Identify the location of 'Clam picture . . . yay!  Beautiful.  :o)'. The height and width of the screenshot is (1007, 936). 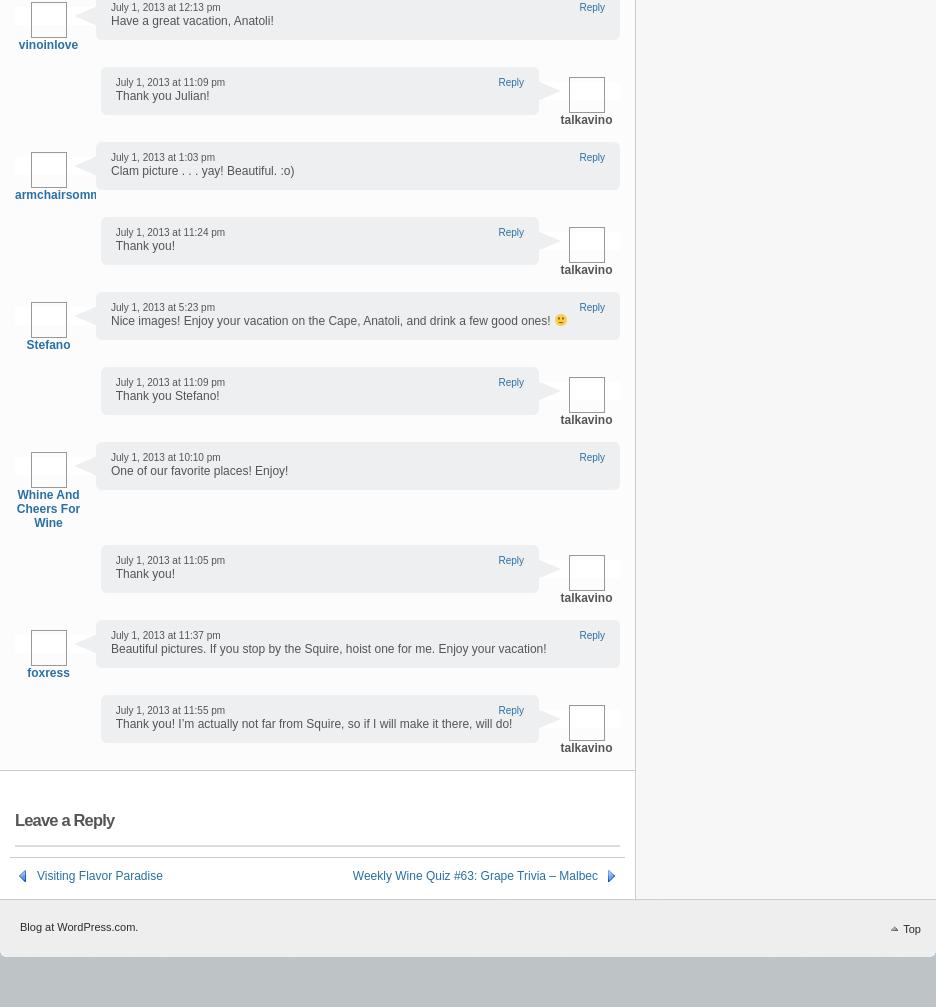
(202, 169).